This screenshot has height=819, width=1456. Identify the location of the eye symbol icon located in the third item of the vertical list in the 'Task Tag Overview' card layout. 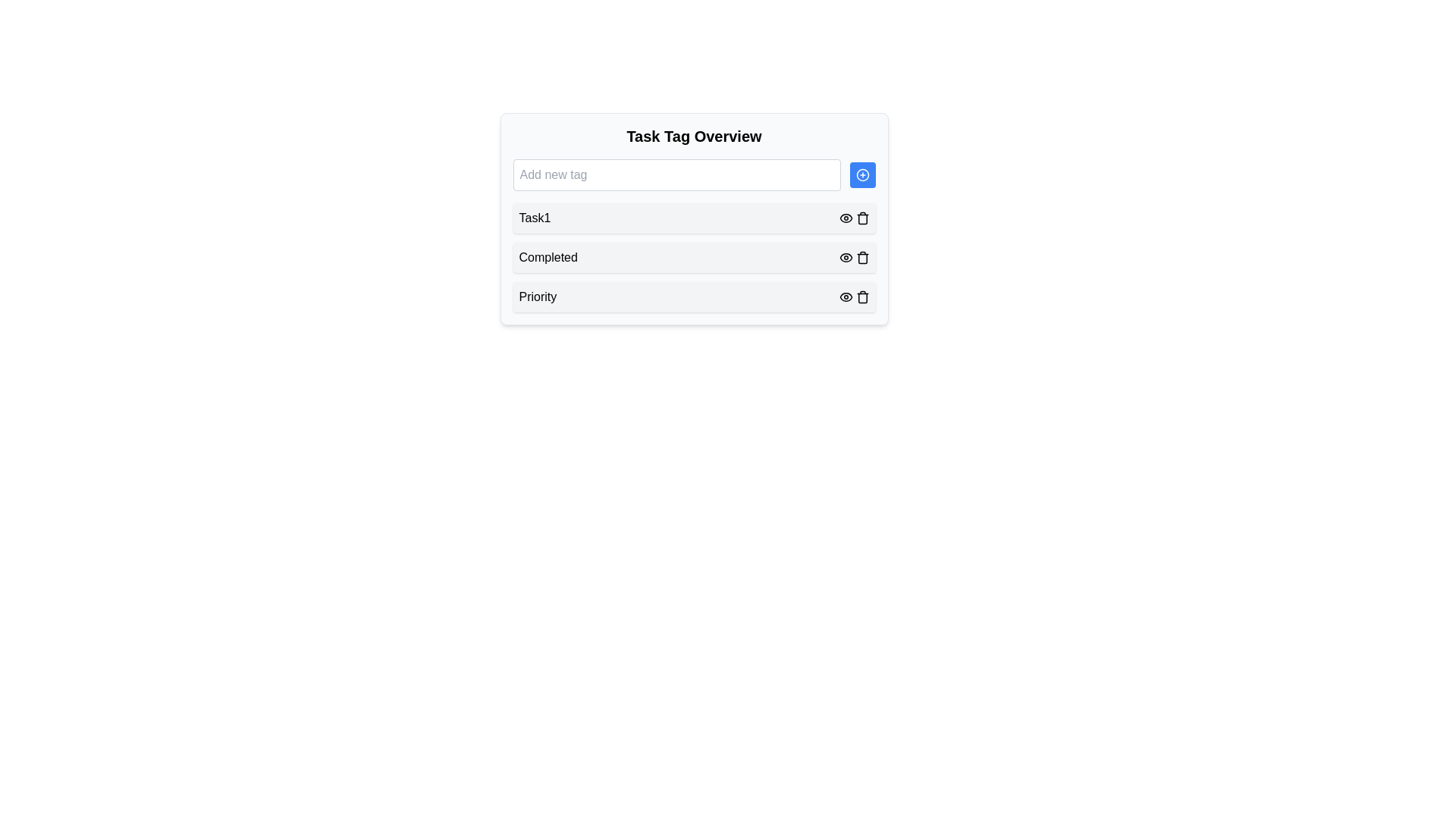
(845, 297).